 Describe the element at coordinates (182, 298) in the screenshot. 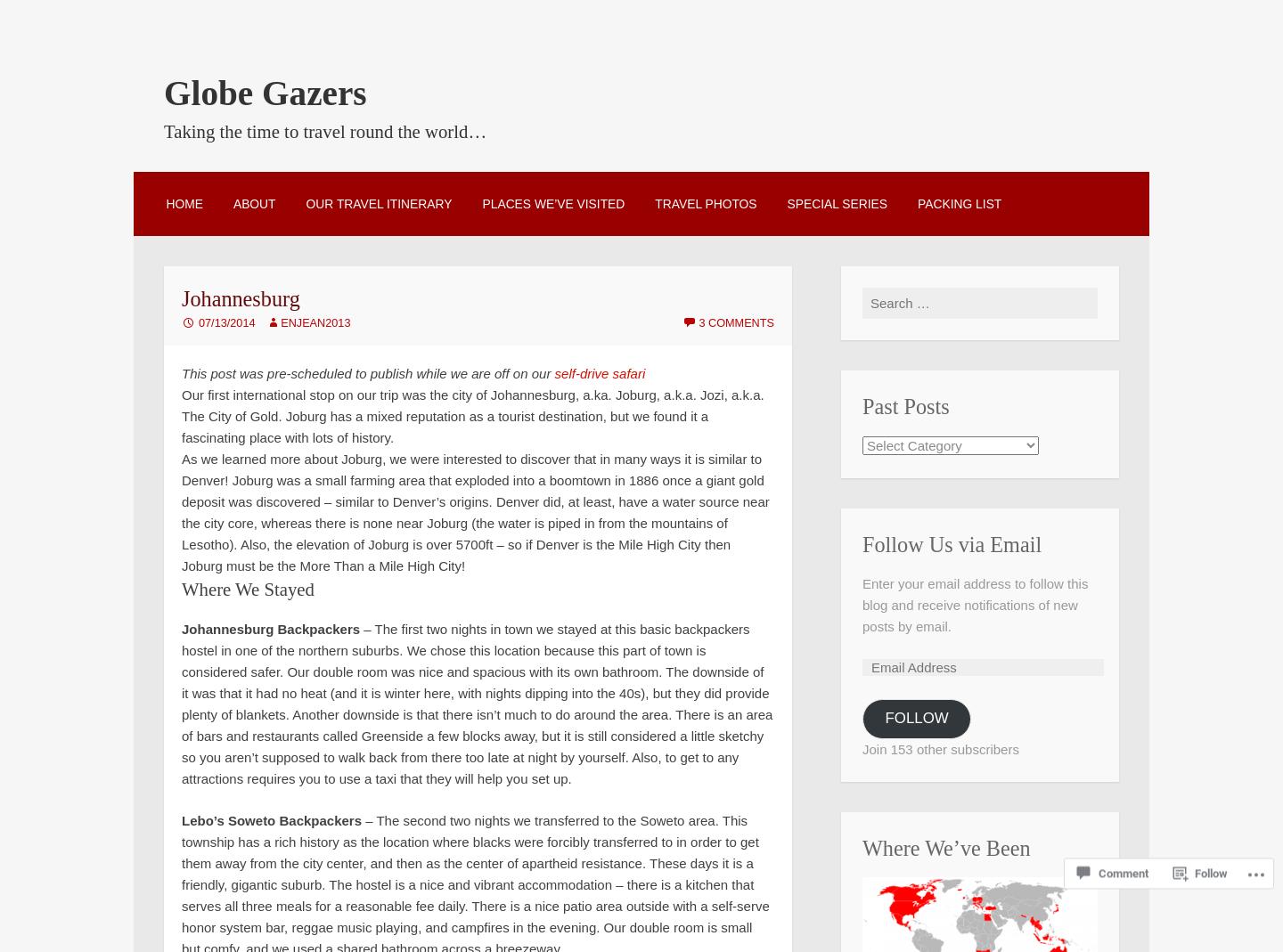

I see `'Johannesburg'` at that location.